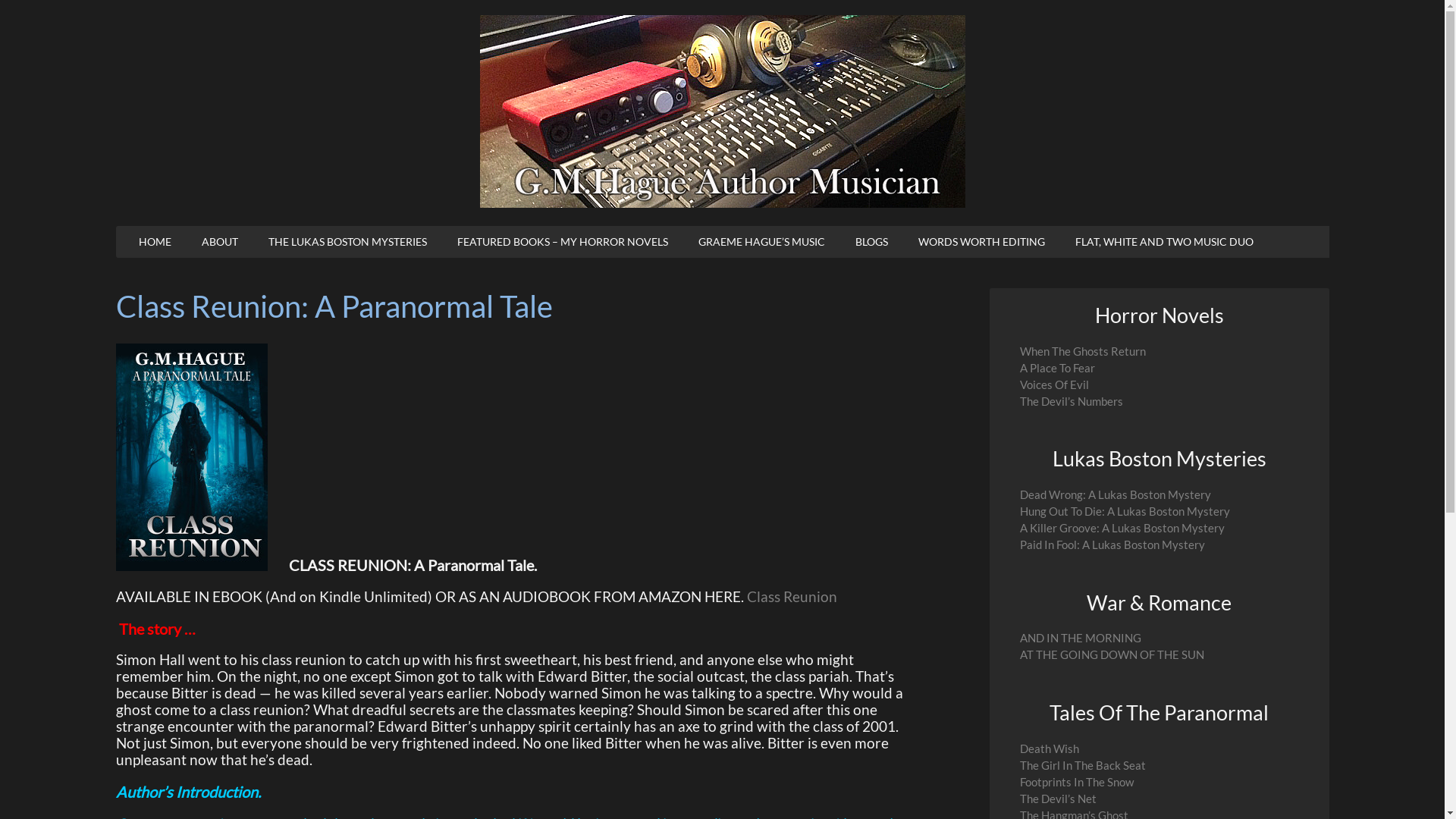 This screenshot has width=1456, height=819. What do you see at coordinates (333, 306) in the screenshot?
I see `'Class Reunion: A Paranormal Tale'` at bounding box center [333, 306].